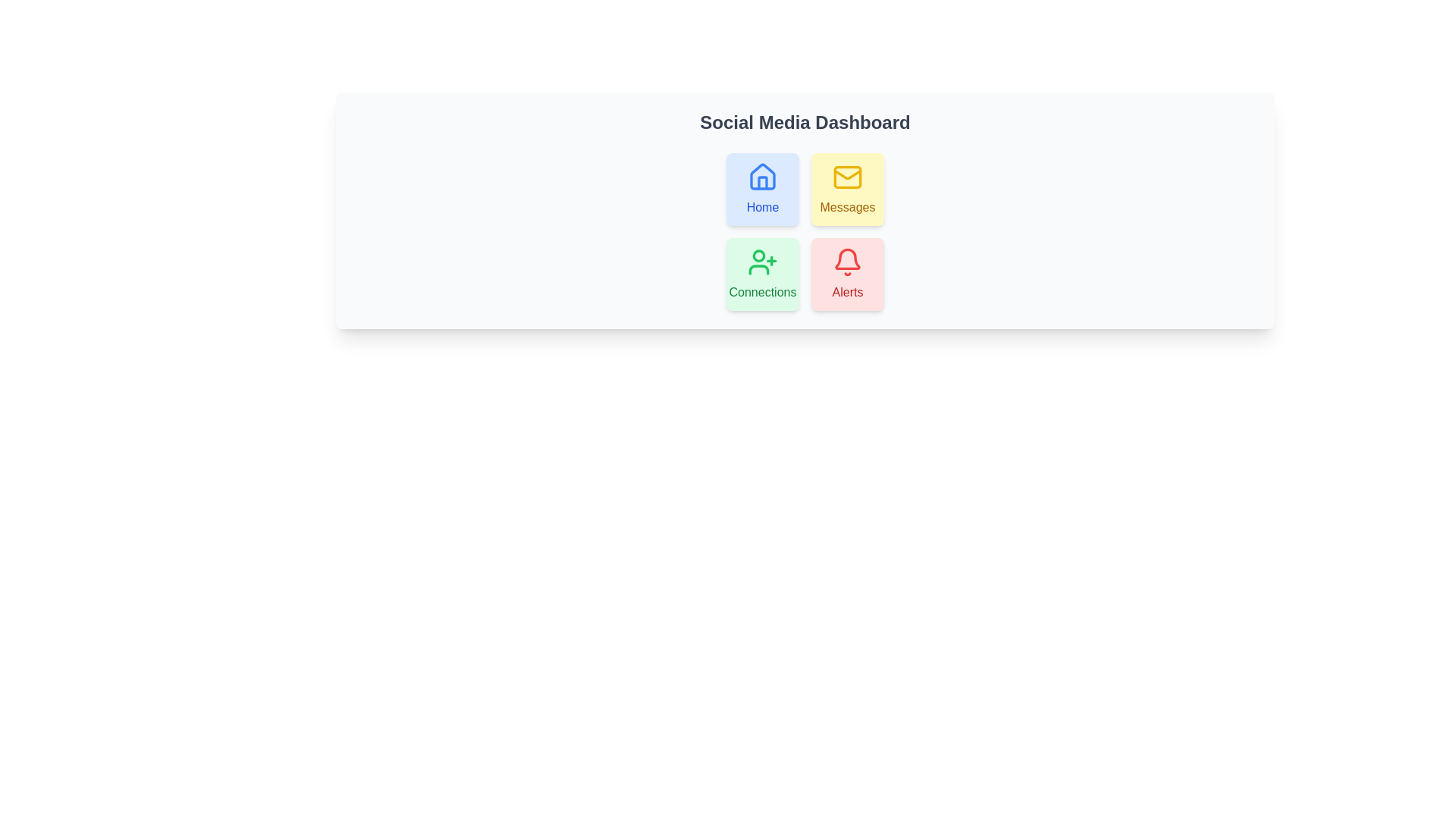 The height and width of the screenshot is (819, 1456). What do you see at coordinates (847, 275) in the screenshot?
I see `the button with a red bell icon labeled 'Alerts' located in the bottom-right of the grid` at bounding box center [847, 275].